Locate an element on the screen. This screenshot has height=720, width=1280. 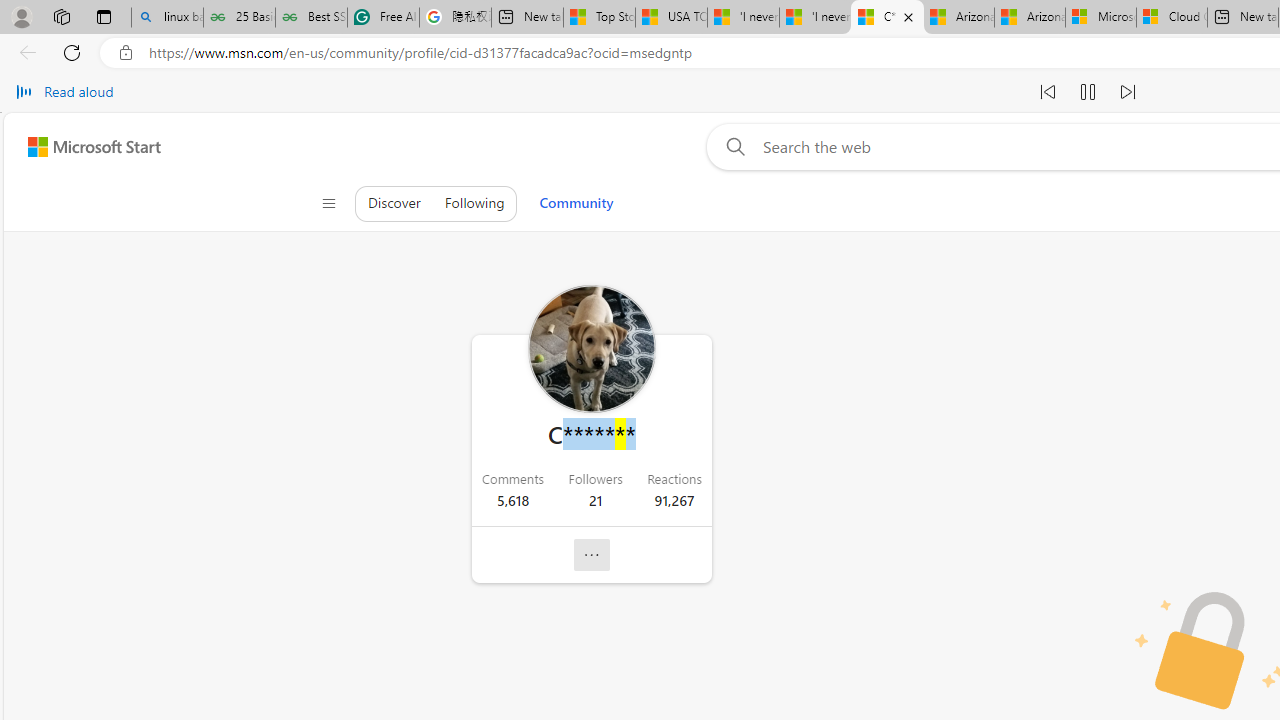
'Community' is located at coordinates (575, 203).